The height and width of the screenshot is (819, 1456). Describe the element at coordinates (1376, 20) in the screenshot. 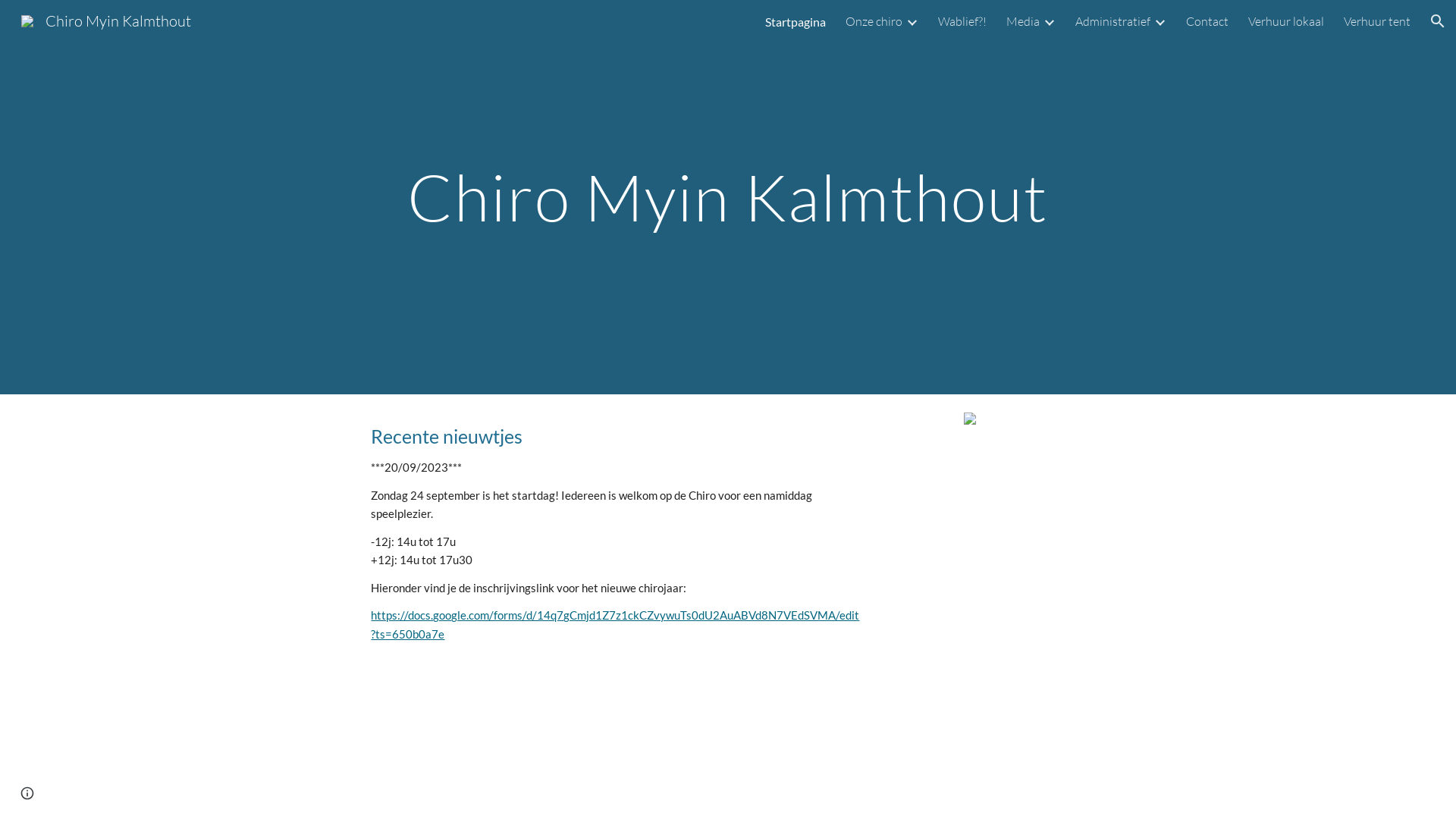

I see `'Verhuur tent'` at that location.